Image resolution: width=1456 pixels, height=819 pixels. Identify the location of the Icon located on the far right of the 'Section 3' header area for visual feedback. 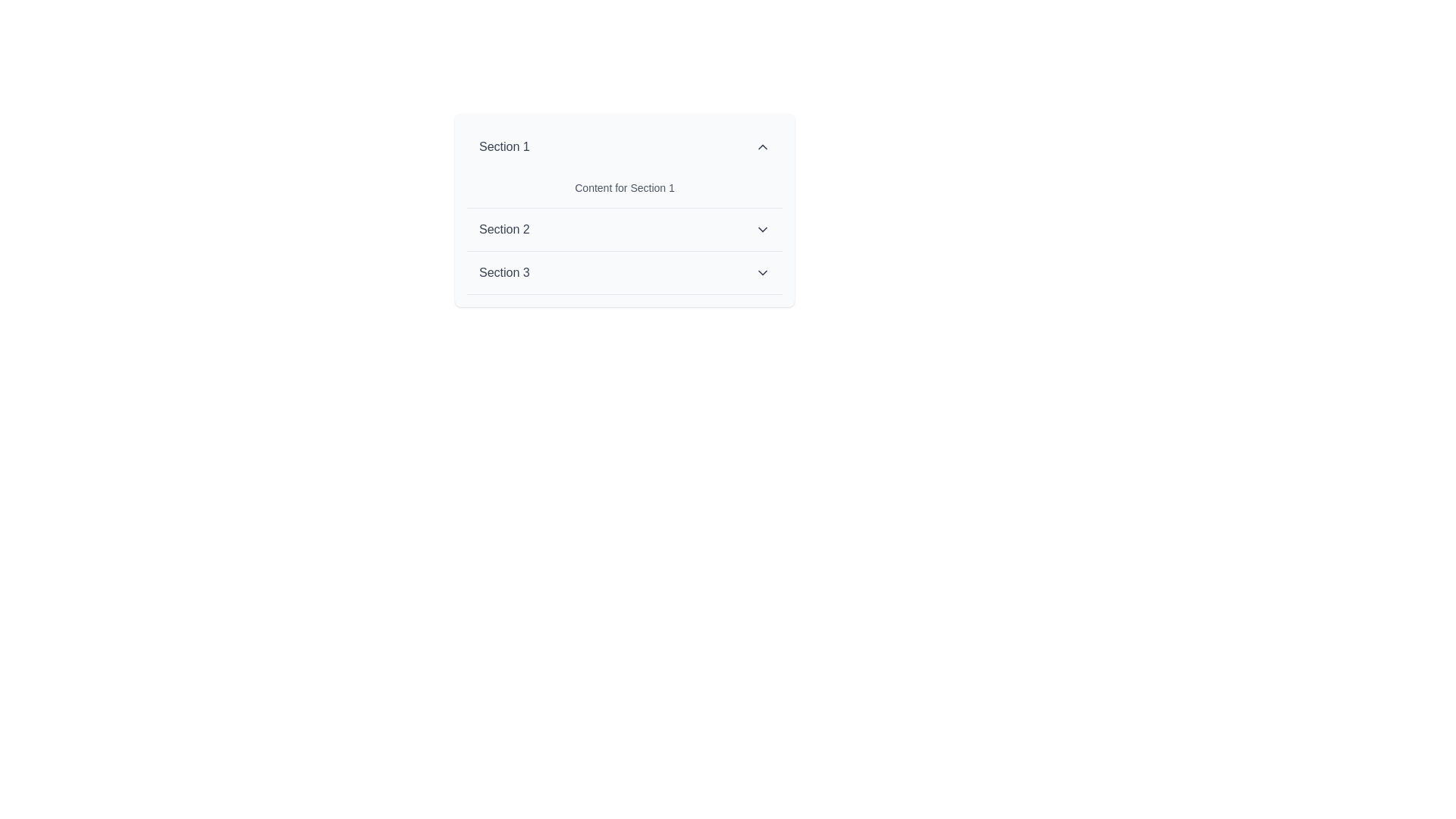
(763, 271).